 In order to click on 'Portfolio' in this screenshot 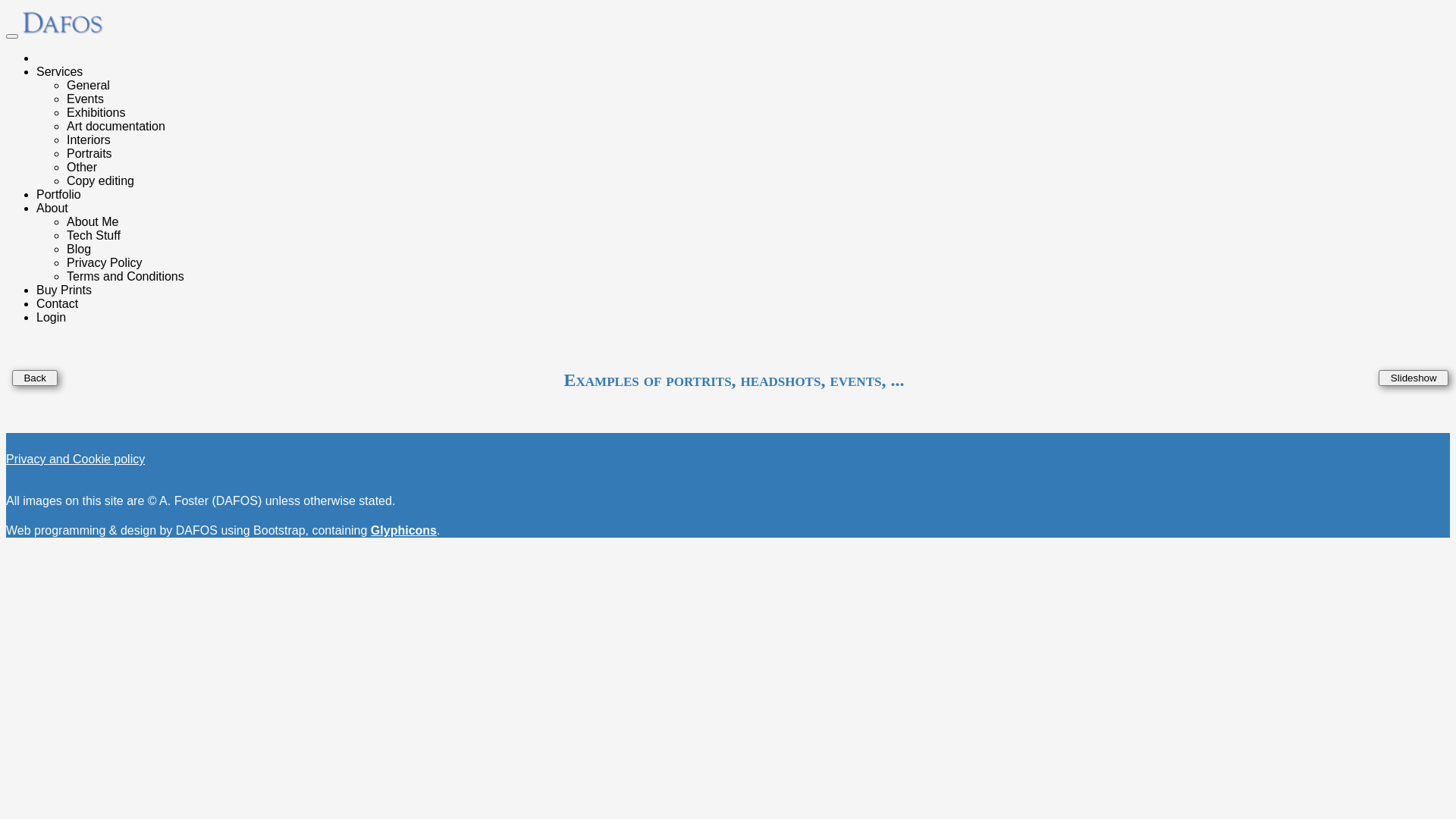, I will do `click(36, 193)`.